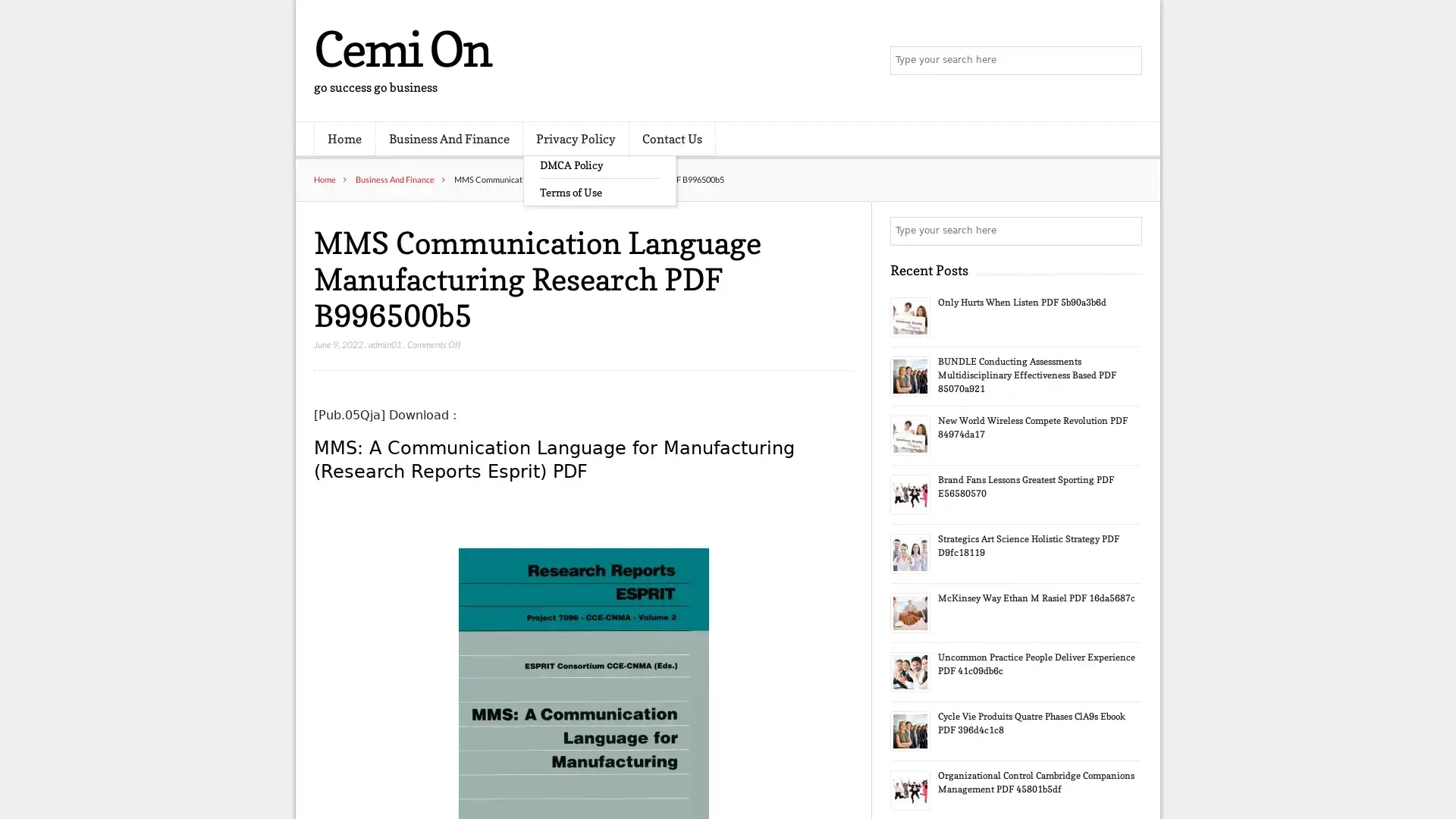 The height and width of the screenshot is (819, 1456). What do you see at coordinates (1126, 231) in the screenshot?
I see `Search` at bounding box center [1126, 231].